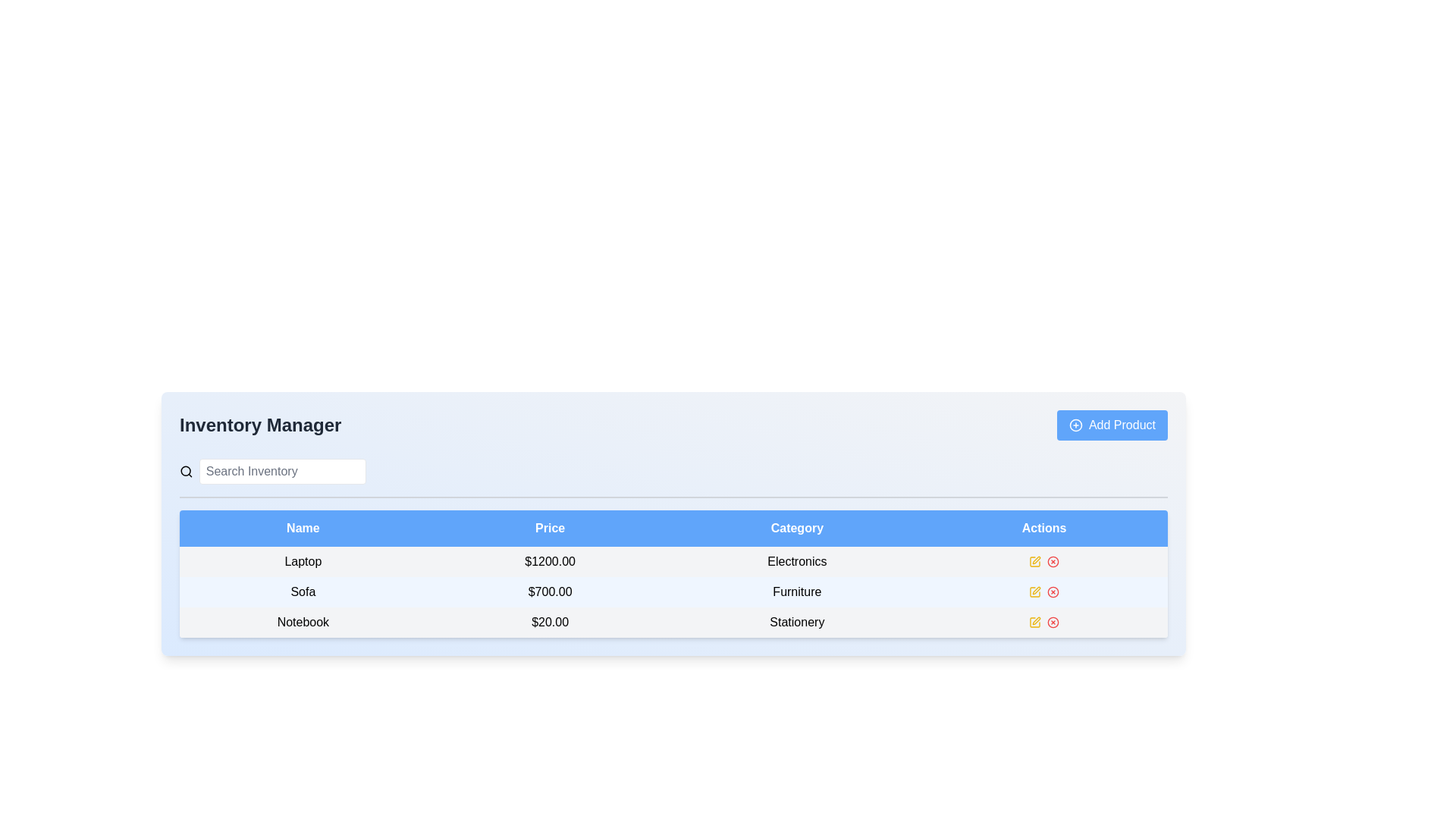  Describe the element at coordinates (1075, 425) in the screenshot. I see `the addition icon within the 'Add Product' button located at the top-right corner of the interface` at that location.